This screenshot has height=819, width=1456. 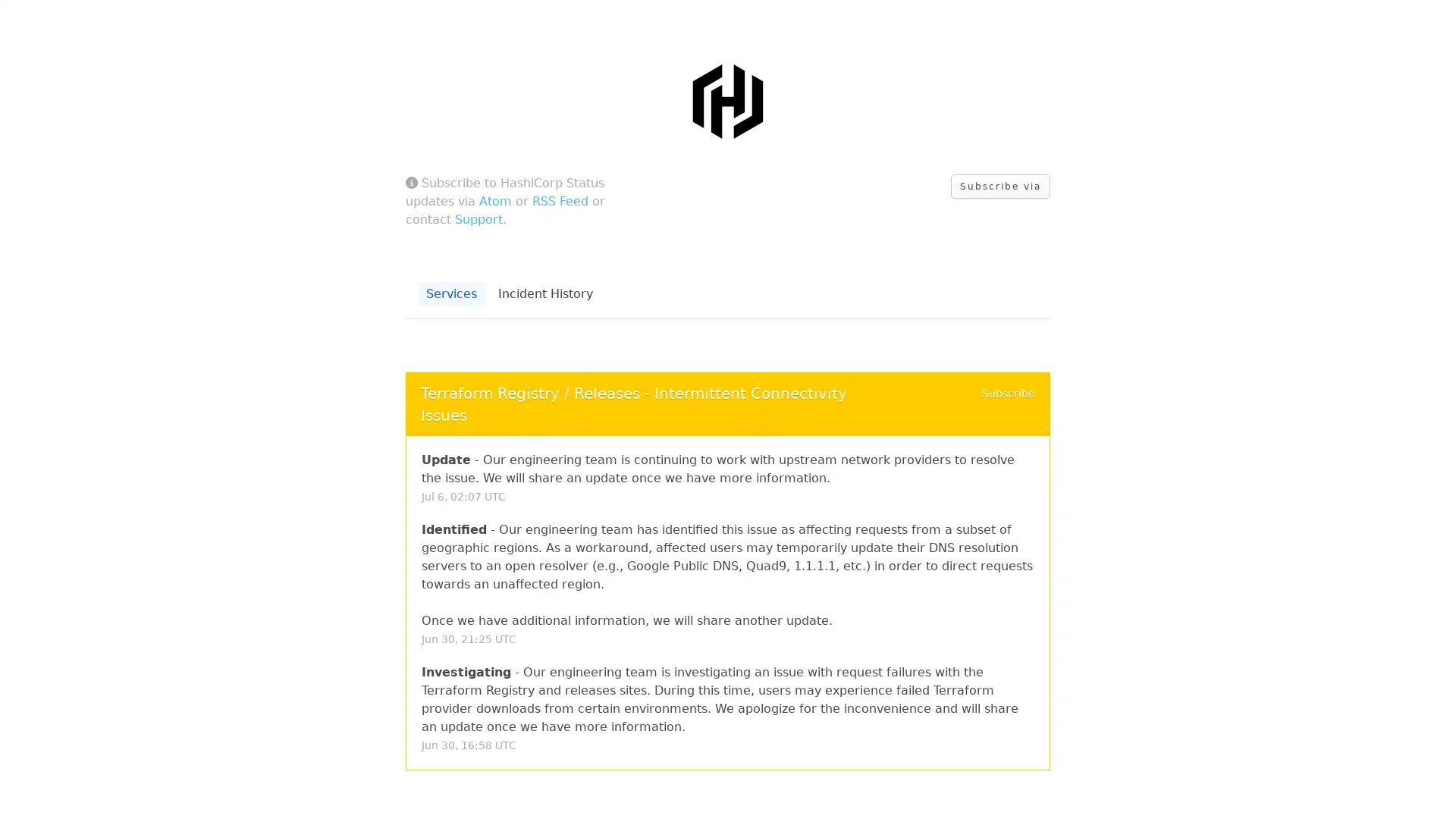 I want to click on Subscribe, so click(x=1008, y=392).